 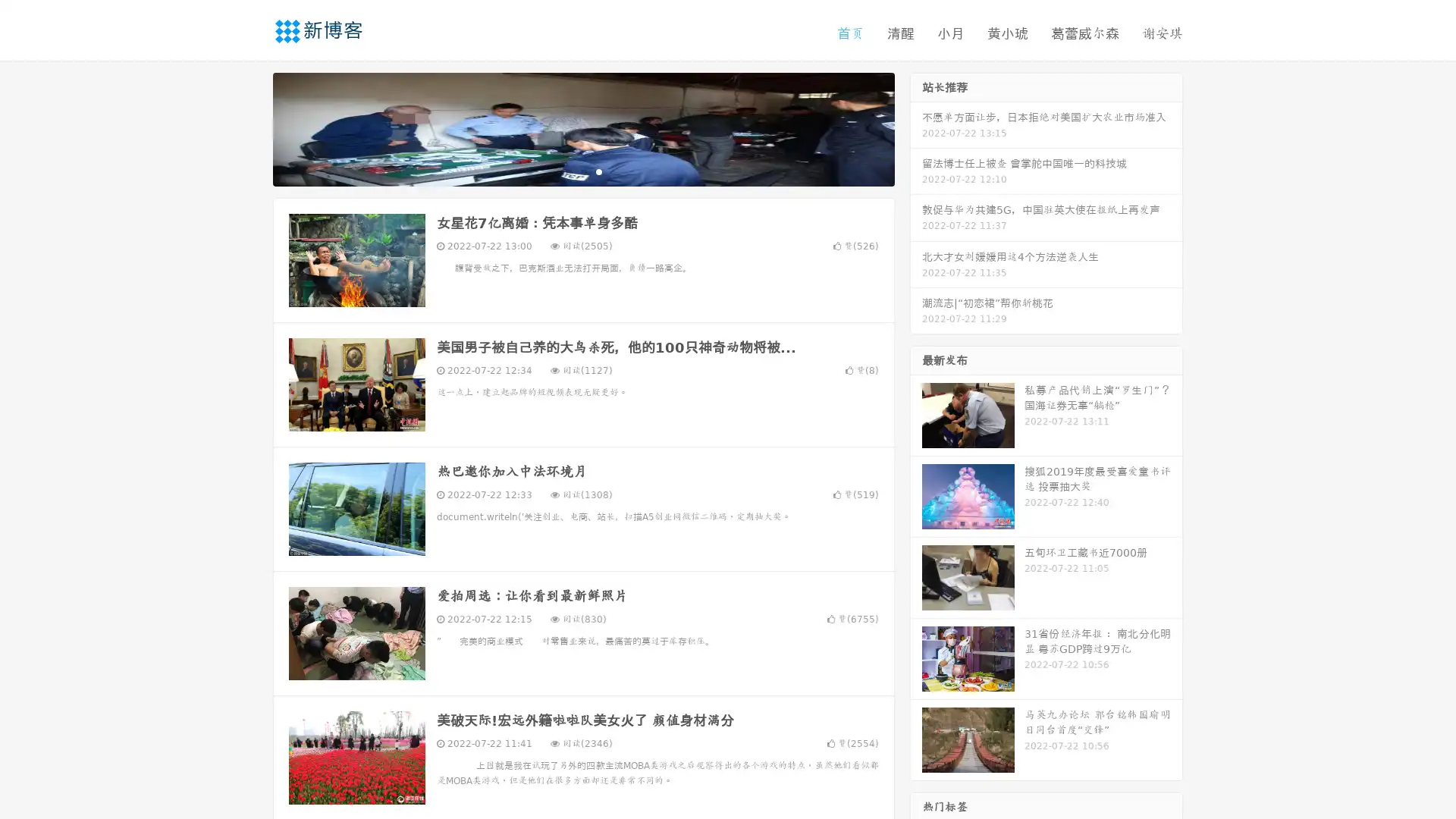 I want to click on Next slide, so click(x=916, y=127).